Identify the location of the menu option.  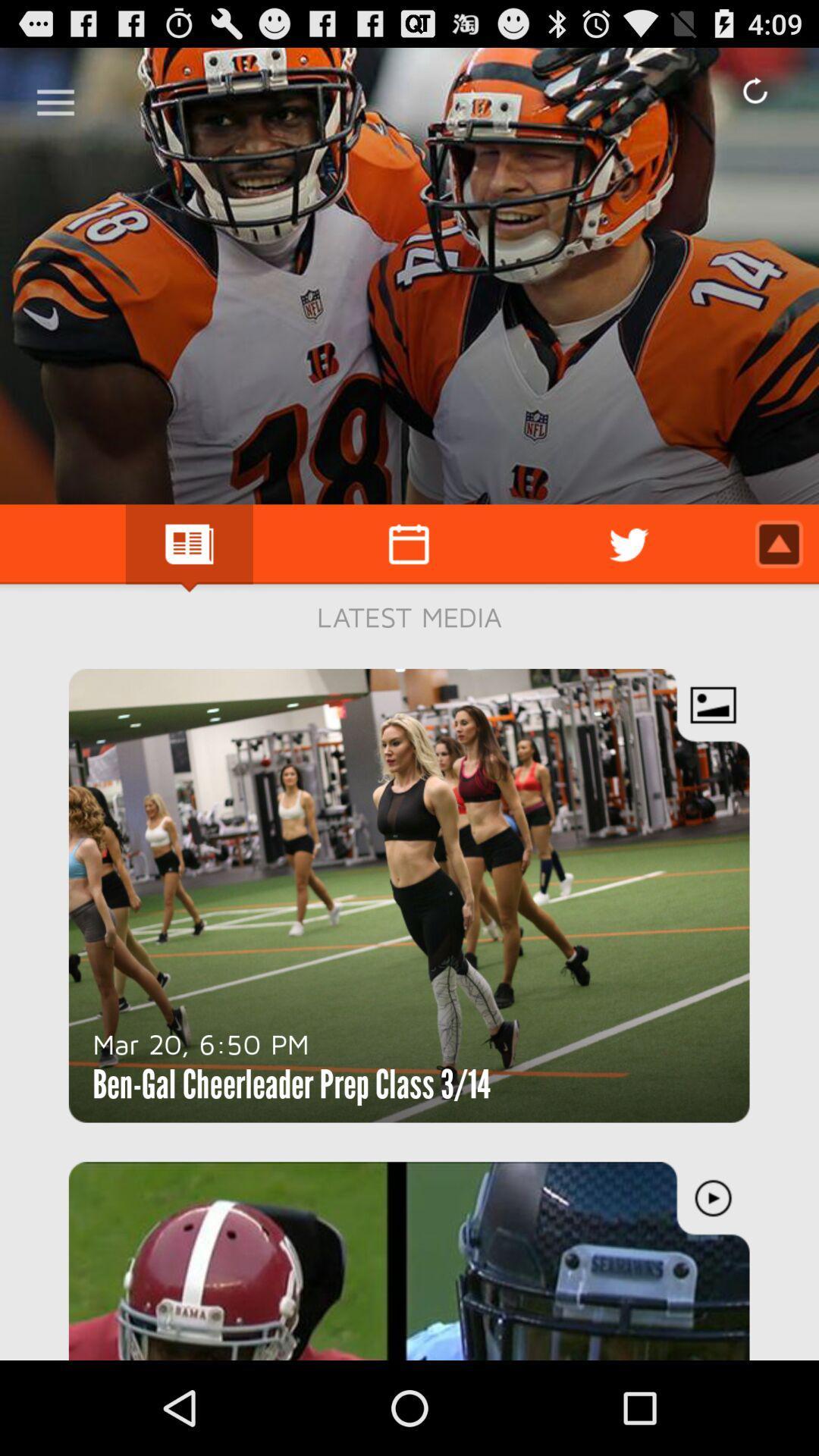
(55, 96).